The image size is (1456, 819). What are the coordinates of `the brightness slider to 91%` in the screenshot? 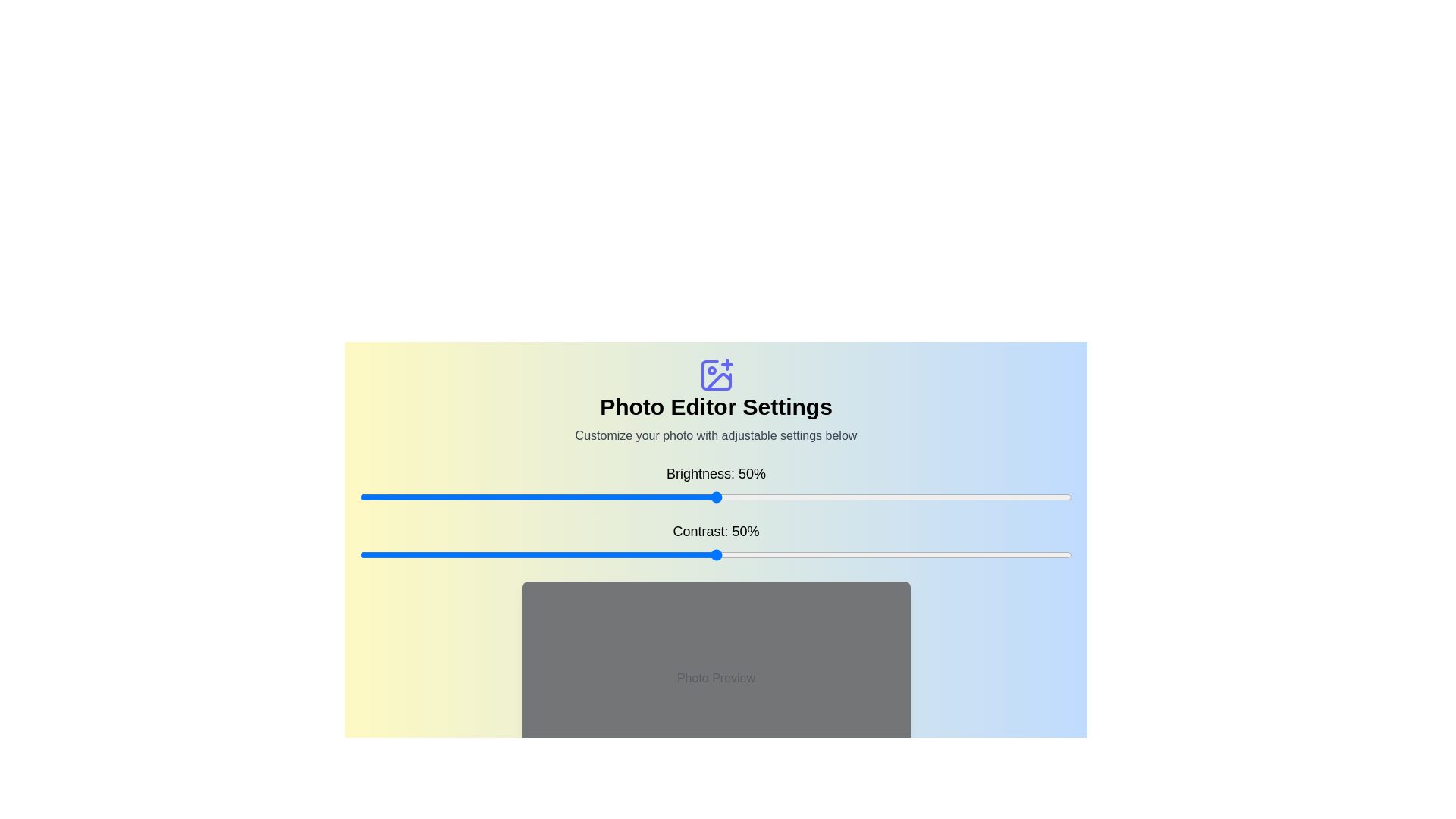 It's located at (1008, 497).